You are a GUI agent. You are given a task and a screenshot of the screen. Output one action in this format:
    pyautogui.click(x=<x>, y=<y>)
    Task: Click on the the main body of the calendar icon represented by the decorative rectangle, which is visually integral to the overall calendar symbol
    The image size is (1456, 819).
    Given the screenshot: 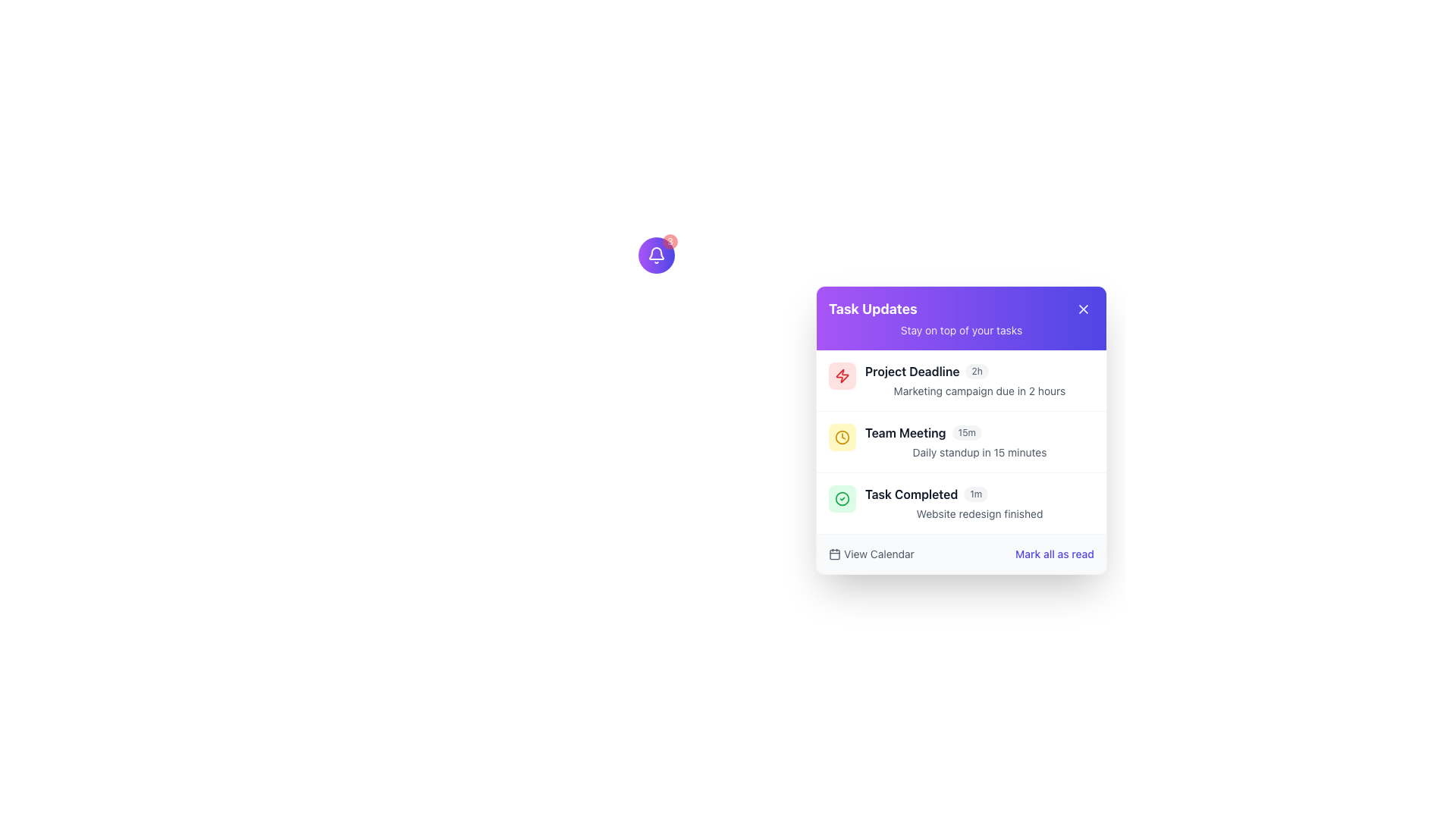 What is the action you would take?
    pyautogui.click(x=833, y=554)
    